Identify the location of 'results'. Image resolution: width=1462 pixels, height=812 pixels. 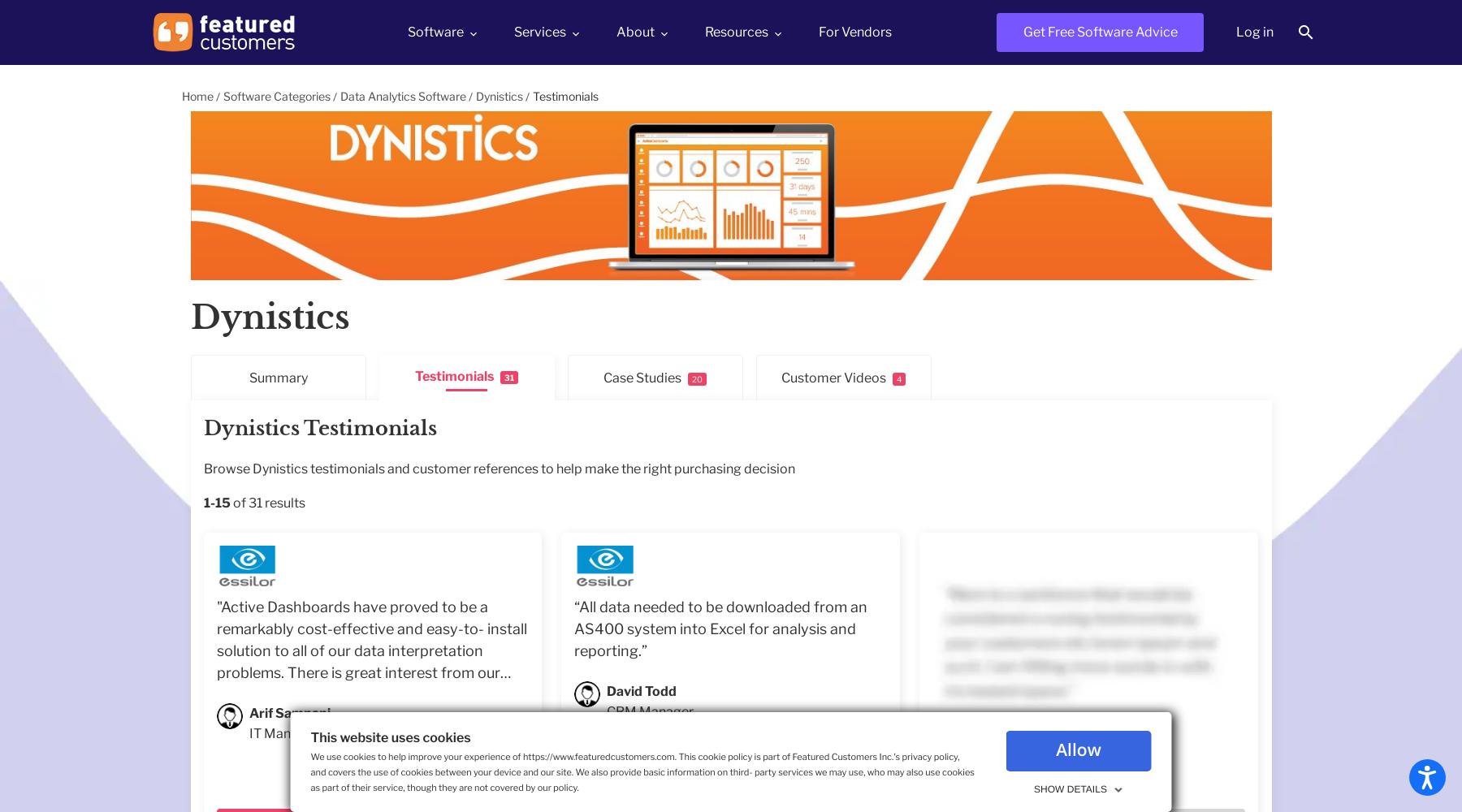
(283, 502).